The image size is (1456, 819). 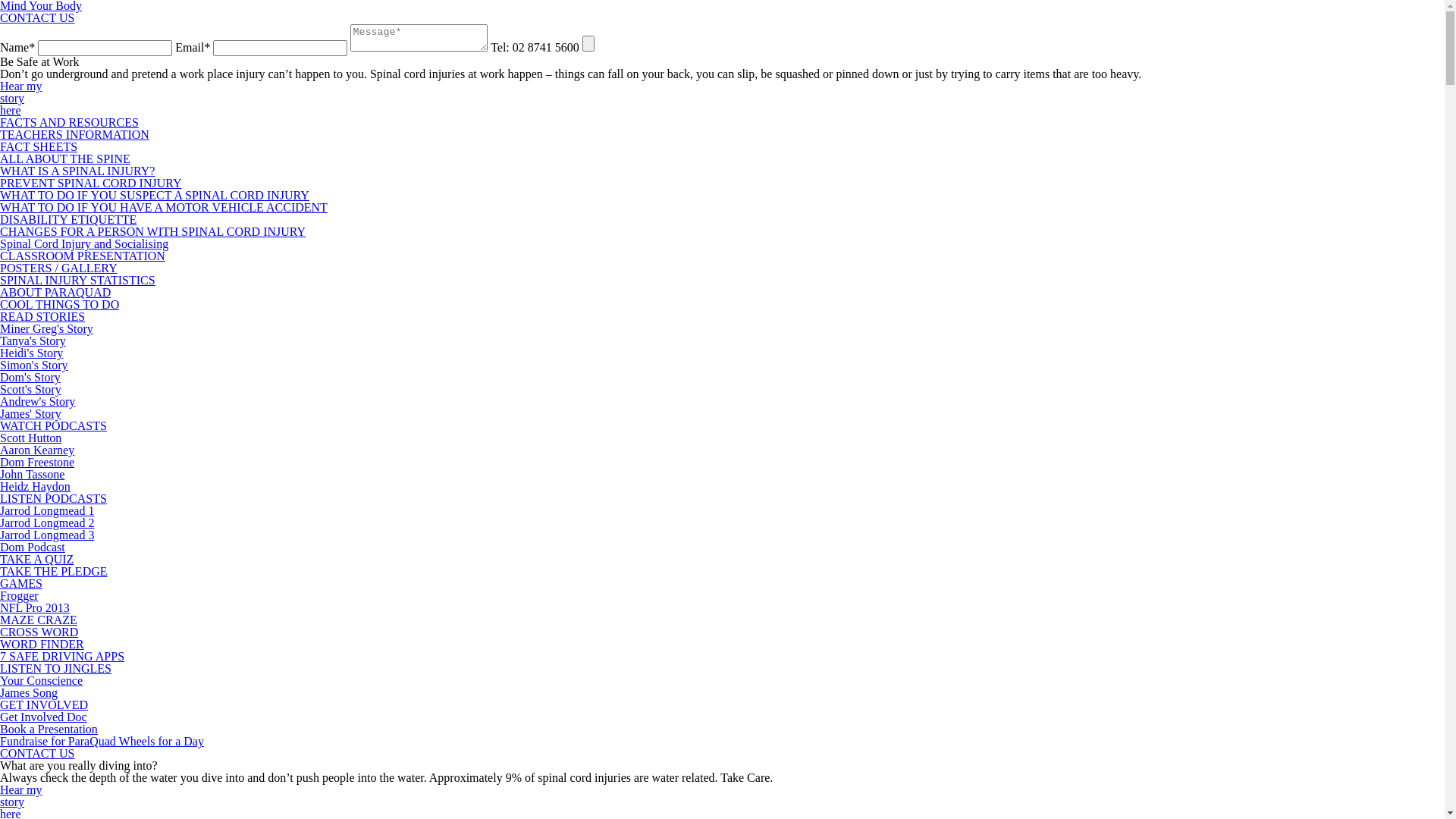 What do you see at coordinates (164, 207) in the screenshot?
I see `'WHAT TO DO IF YOU HAVE A MOTOR VEHICLE ACCIDENT'` at bounding box center [164, 207].